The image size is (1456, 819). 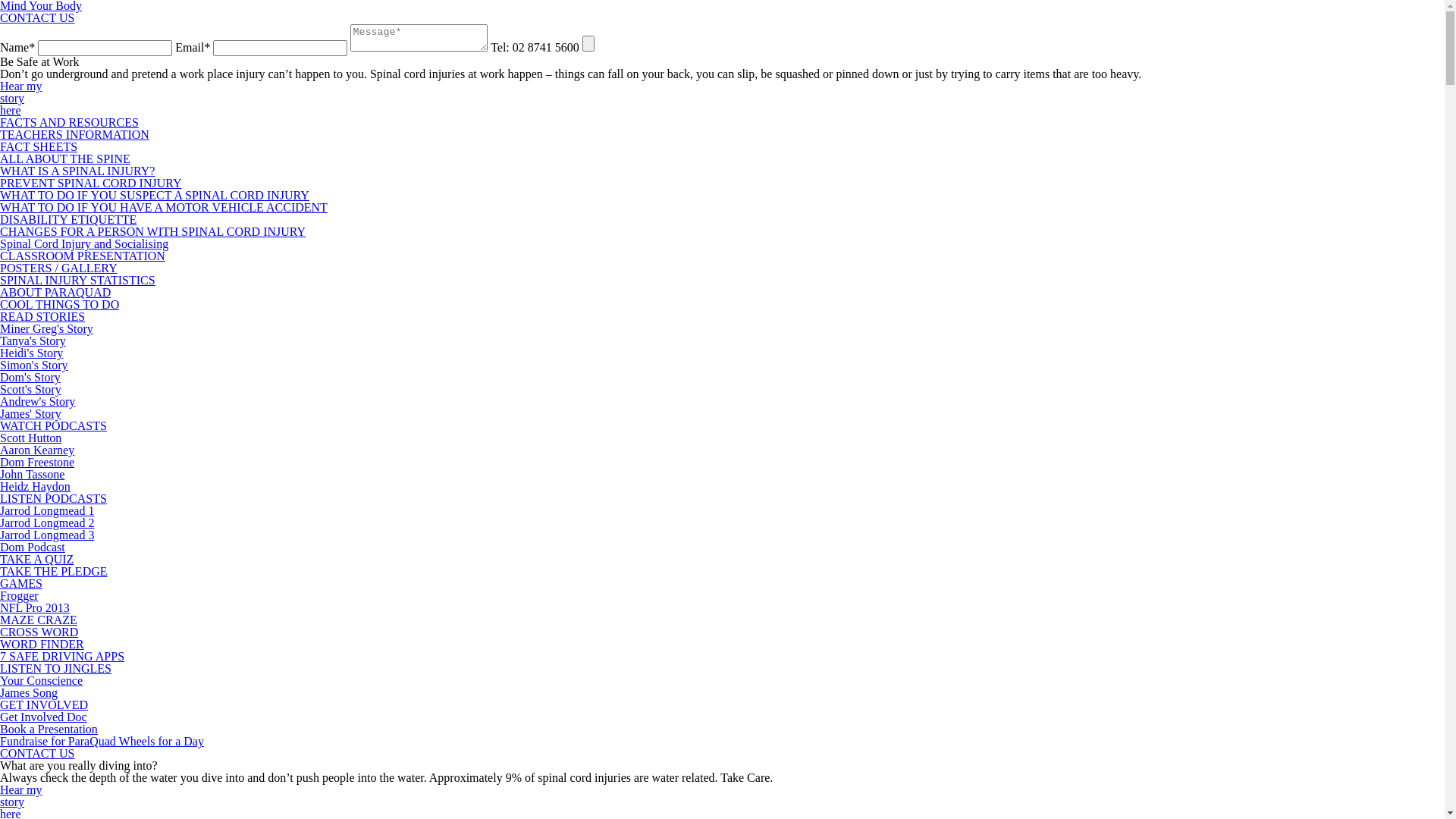 What do you see at coordinates (164, 207) in the screenshot?
I see `'WHAT TO DO IF YOU HAVE A MOTOR VEHICLE ACCIDENT'` at bounding box center [164, 207].